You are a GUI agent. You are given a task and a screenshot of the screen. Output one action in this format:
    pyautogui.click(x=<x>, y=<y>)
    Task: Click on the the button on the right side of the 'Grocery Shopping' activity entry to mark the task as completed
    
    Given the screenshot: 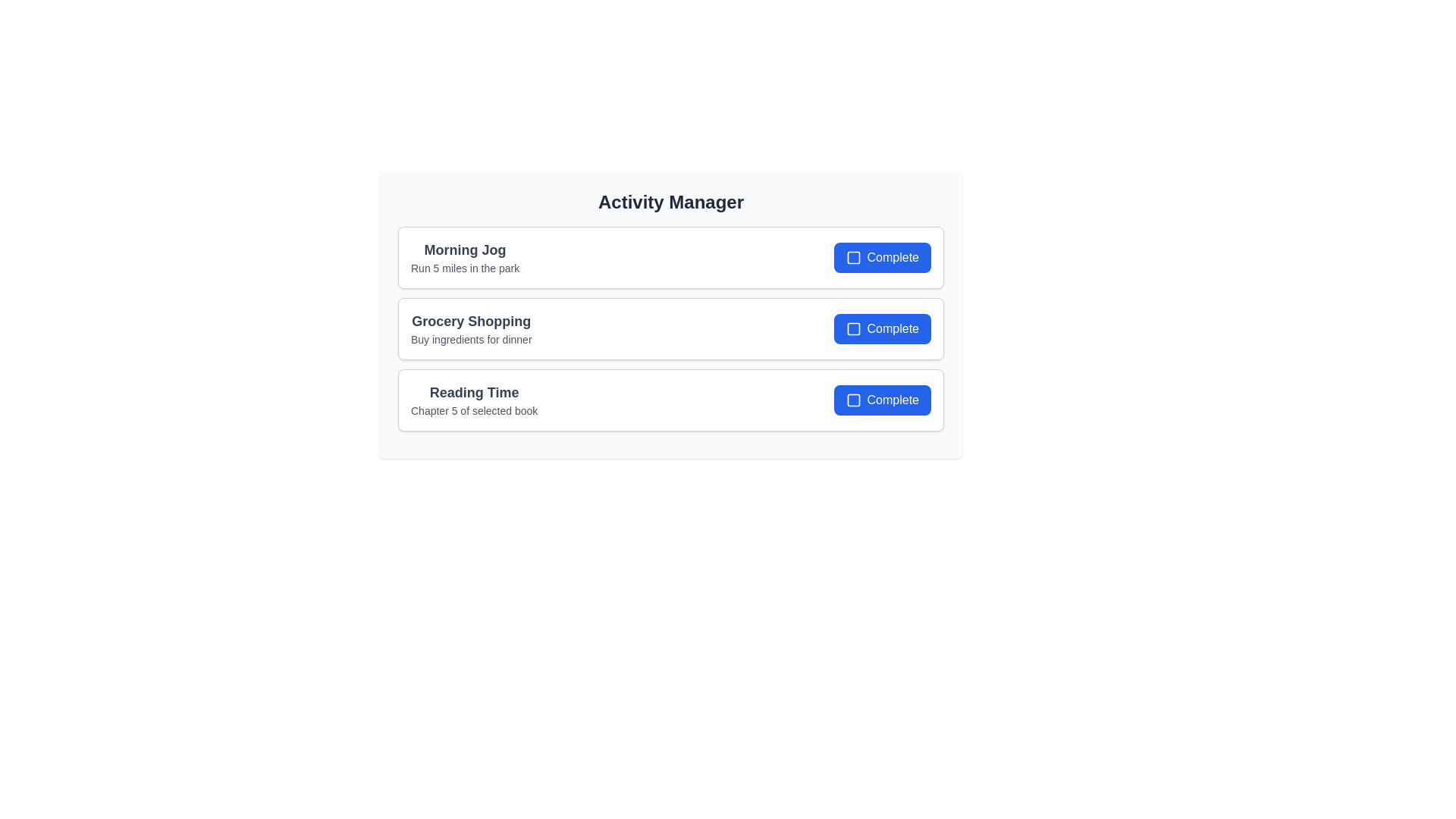 What is the action you would take?
    pyautogui.click(x=882, y=328)
    